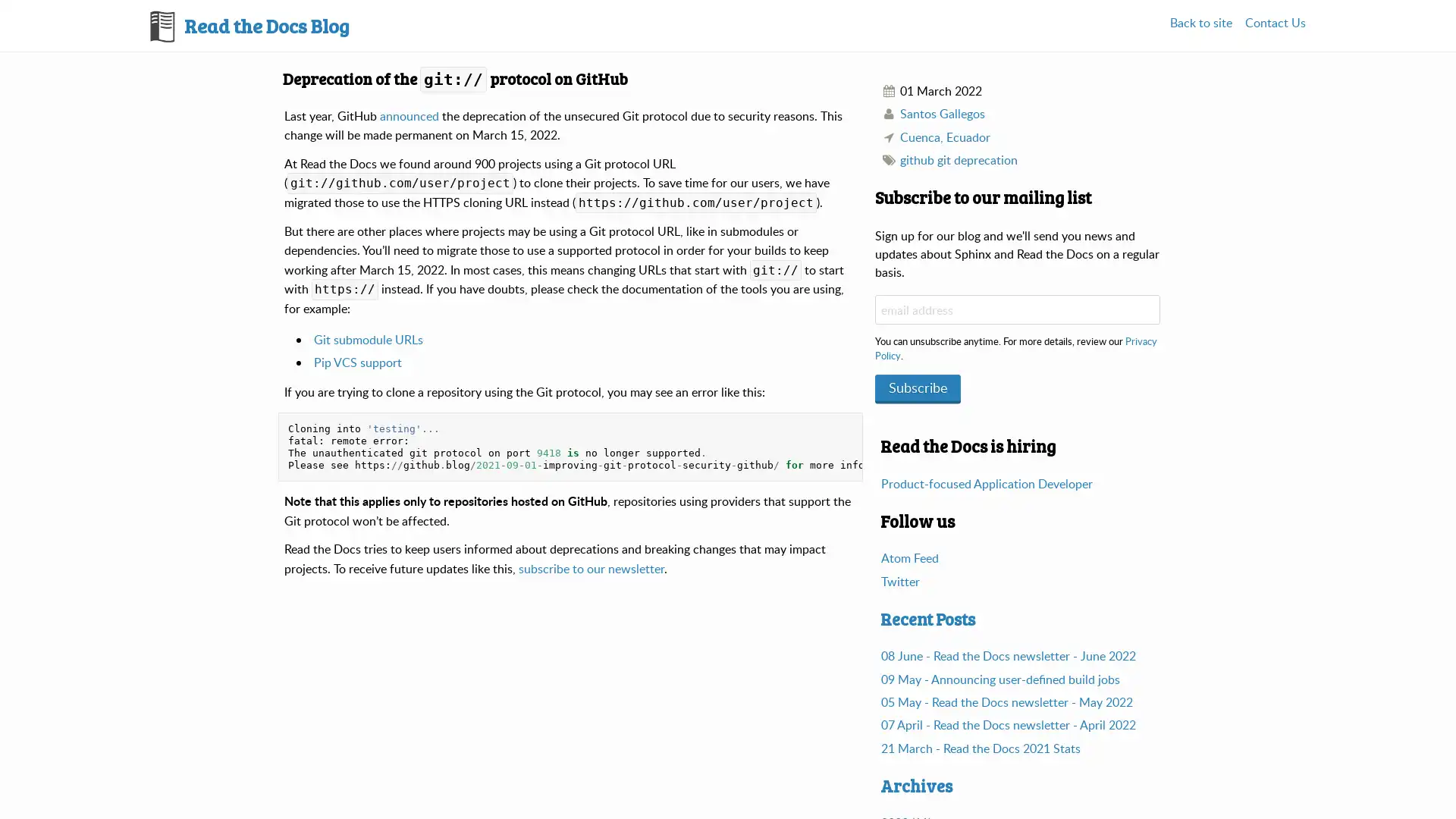  What do you see at coordinates (917, 386) in the screenshot?
I see `Subscribe` at bounding box center [917, 386].